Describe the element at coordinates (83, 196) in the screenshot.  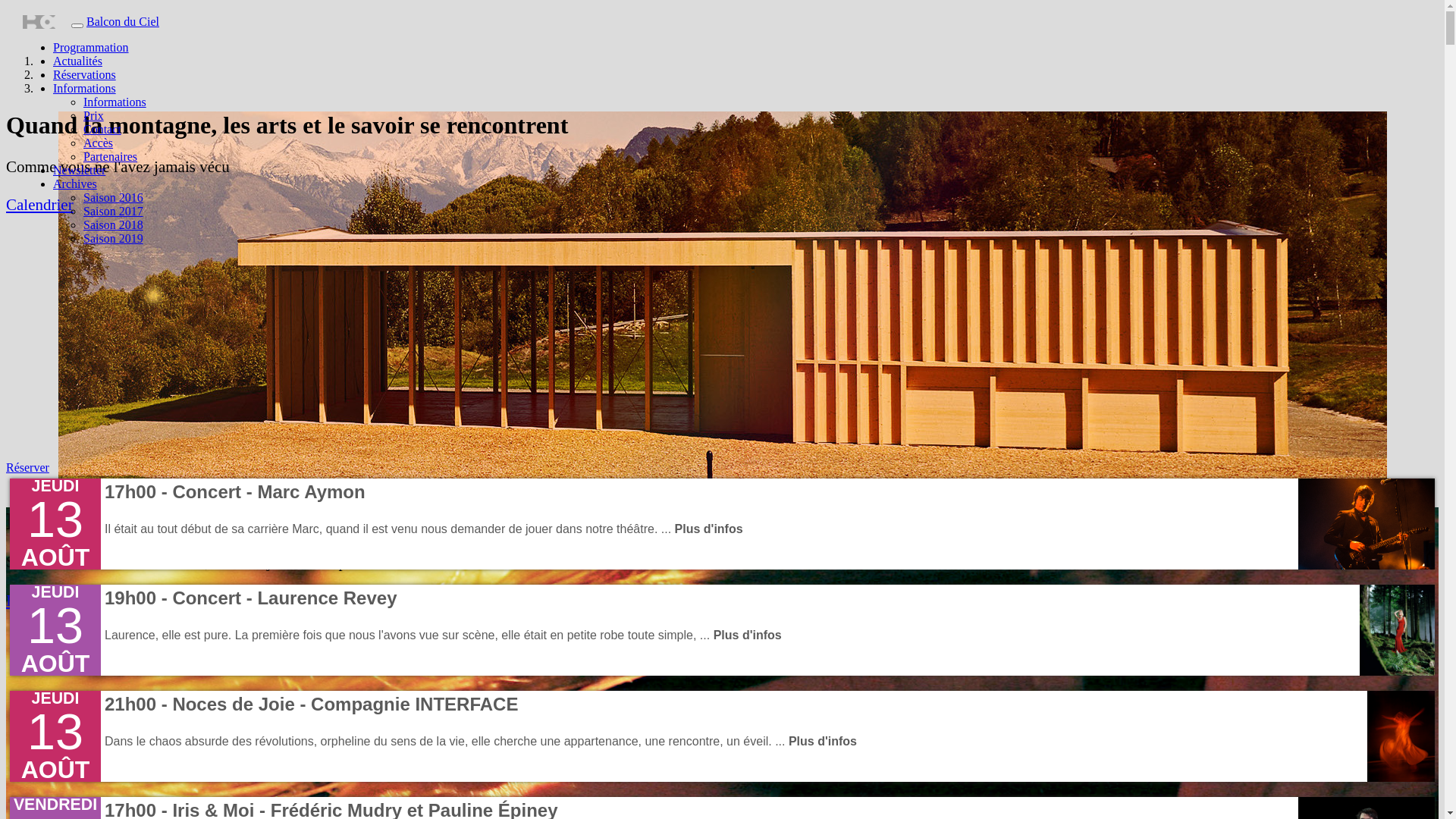
I see `'Saison 2016'` at that location.